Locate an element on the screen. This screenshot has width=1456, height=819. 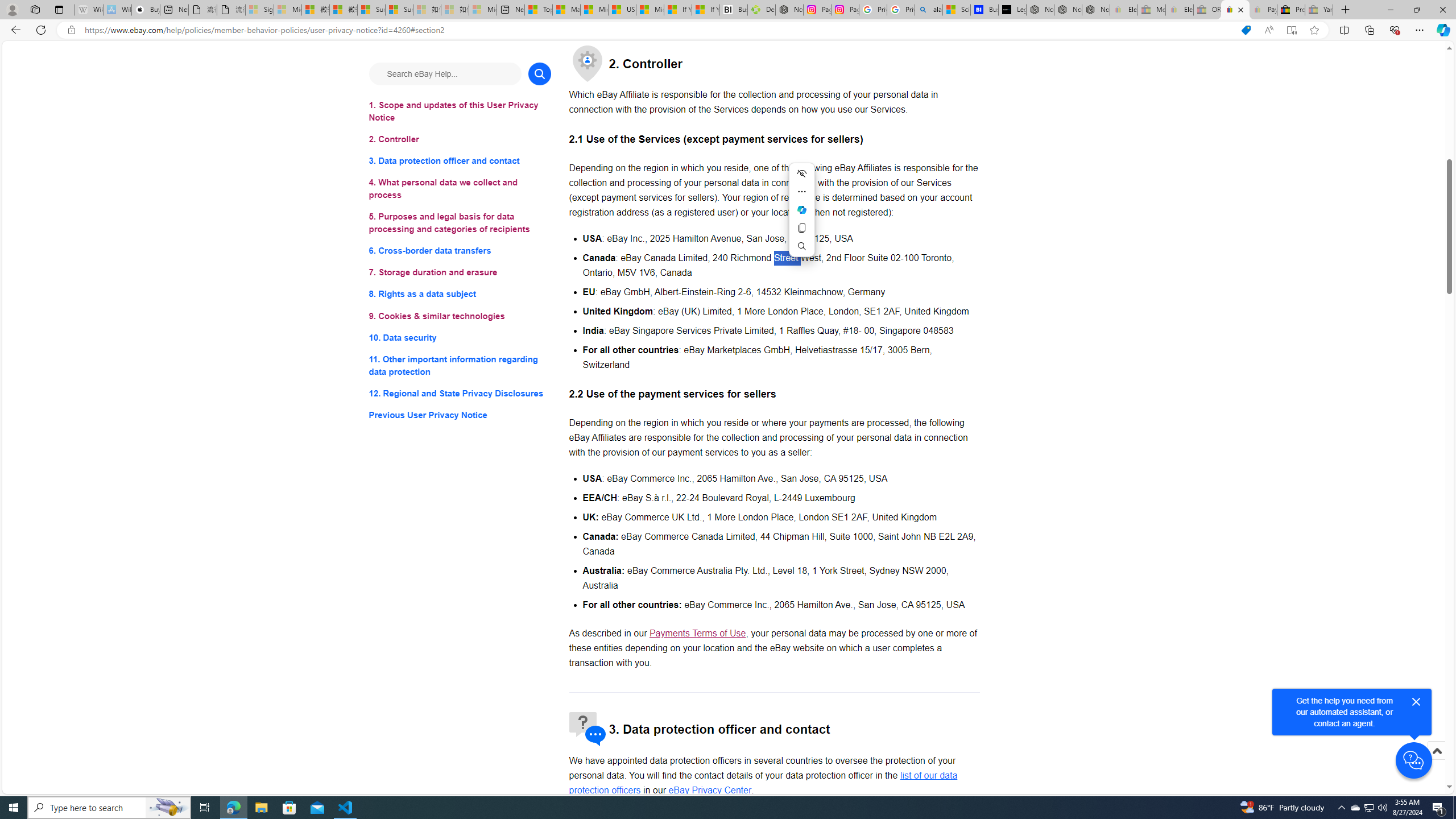
'8. Rights as a data subject' is located at coordinates (459, 293).